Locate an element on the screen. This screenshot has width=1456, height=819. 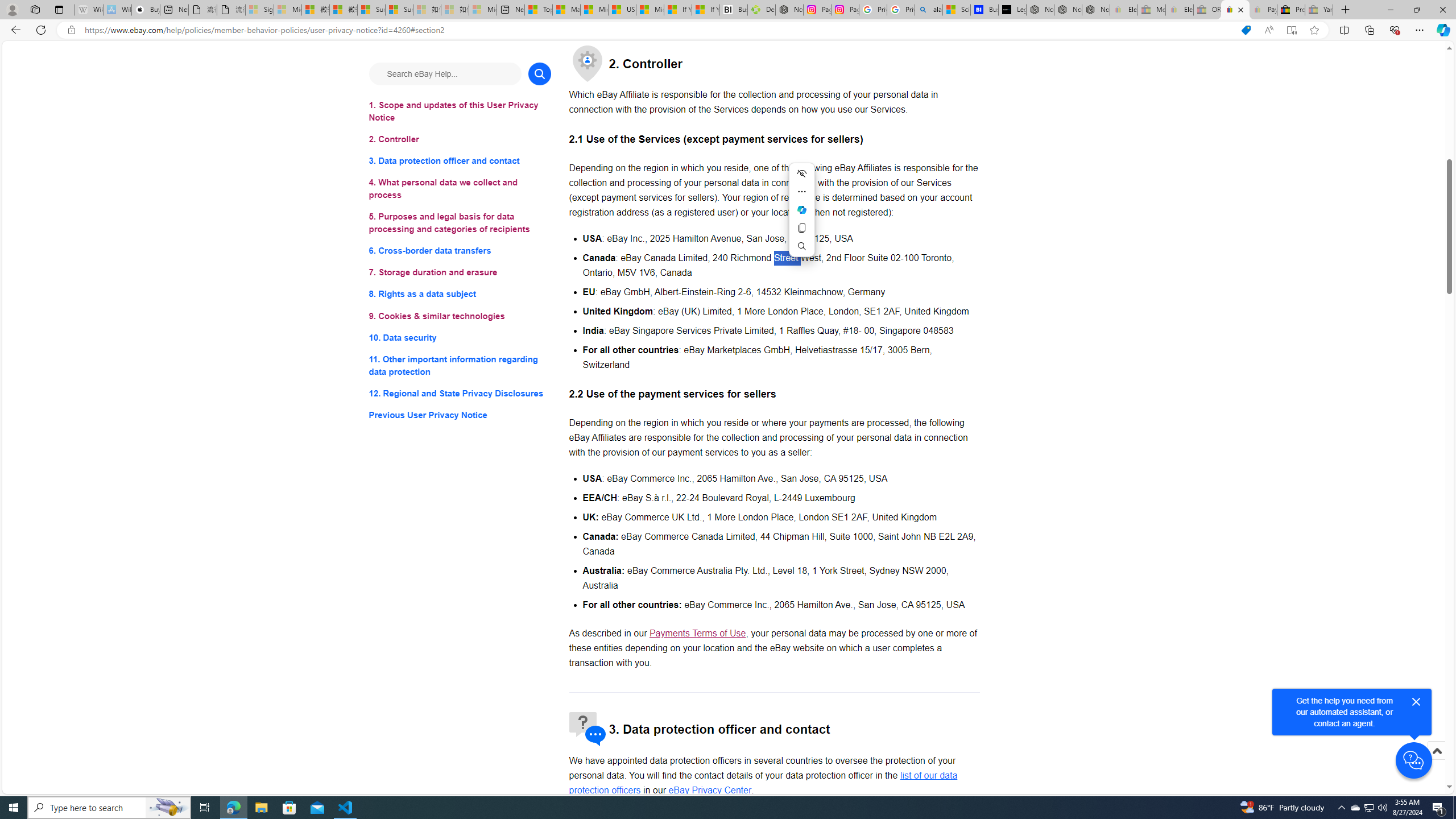
'8. Rights as a data subject' is located at coordinates (459, 293).